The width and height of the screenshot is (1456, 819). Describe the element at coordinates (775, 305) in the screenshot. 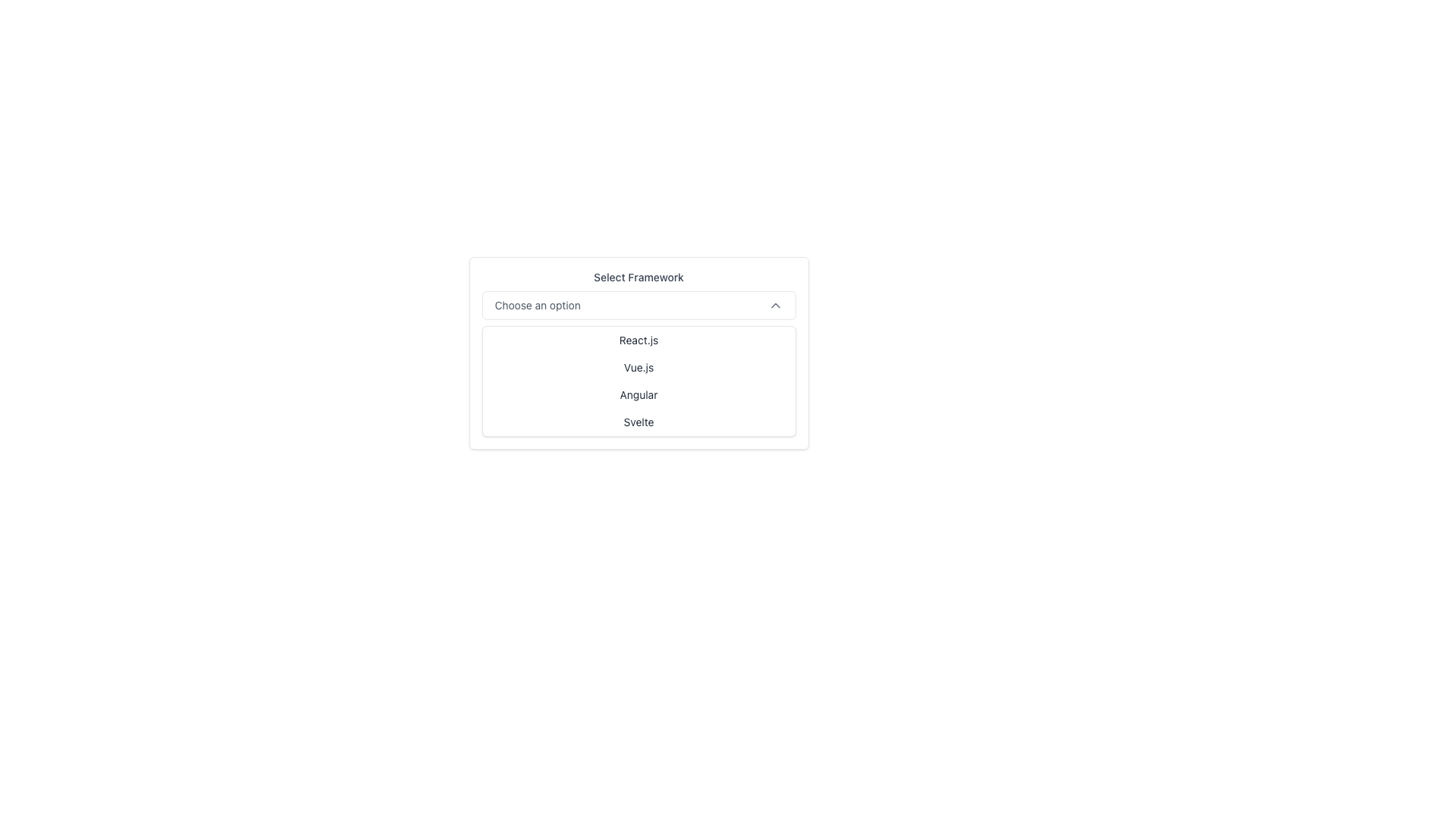

I see `the gray upward pointing chevron icon that suggests the possibility of collapsing a dropdown menu, located to the right of the 'Choose an option' label` at that location.